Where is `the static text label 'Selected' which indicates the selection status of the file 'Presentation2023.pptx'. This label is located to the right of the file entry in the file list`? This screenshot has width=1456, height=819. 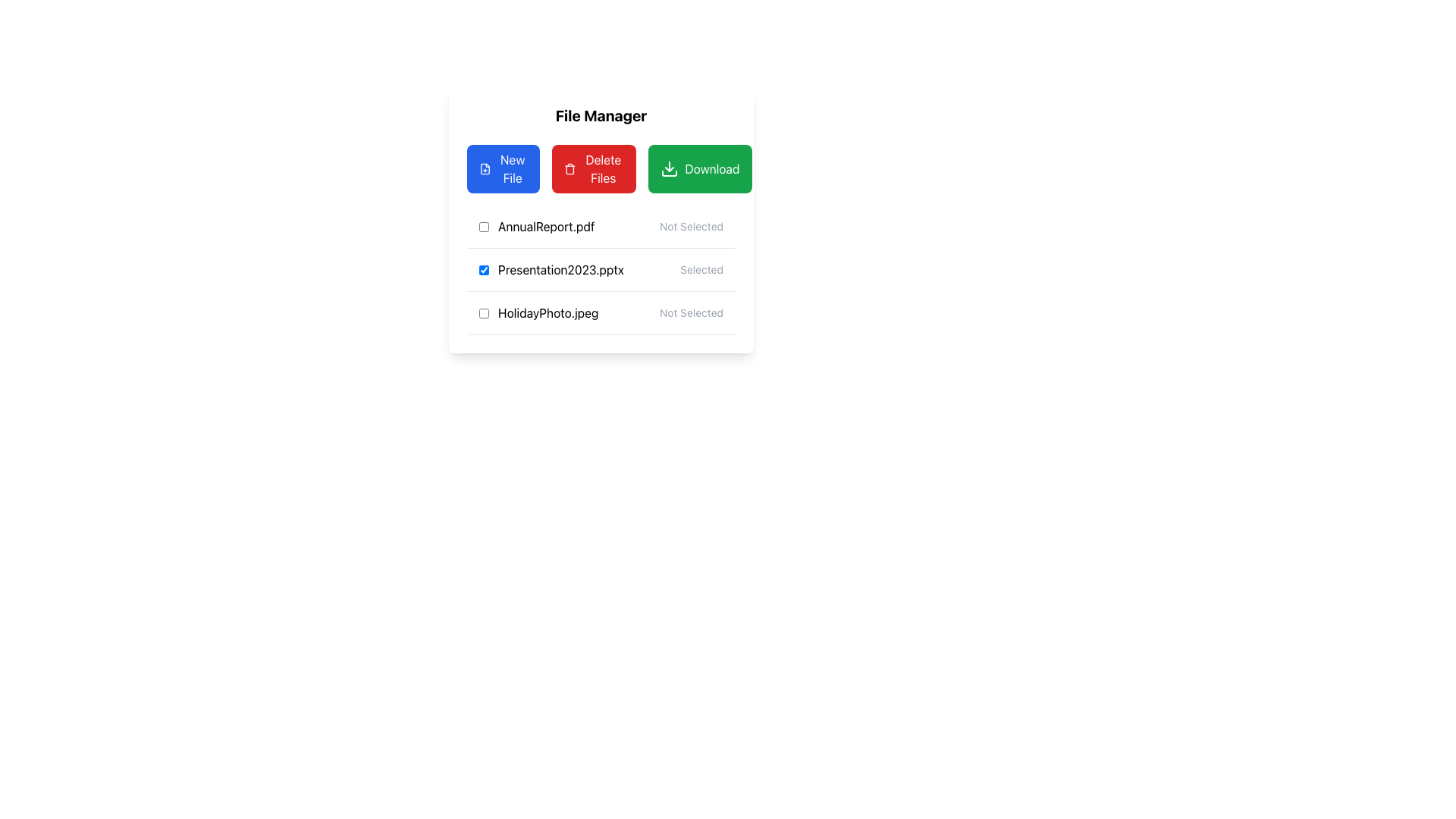
the static text label 'Selected' which indicates the selection status of the file 'Presentation2023.pptx'. This label is located to the right of the file entry in the file list is located at coordinates (701, 268).